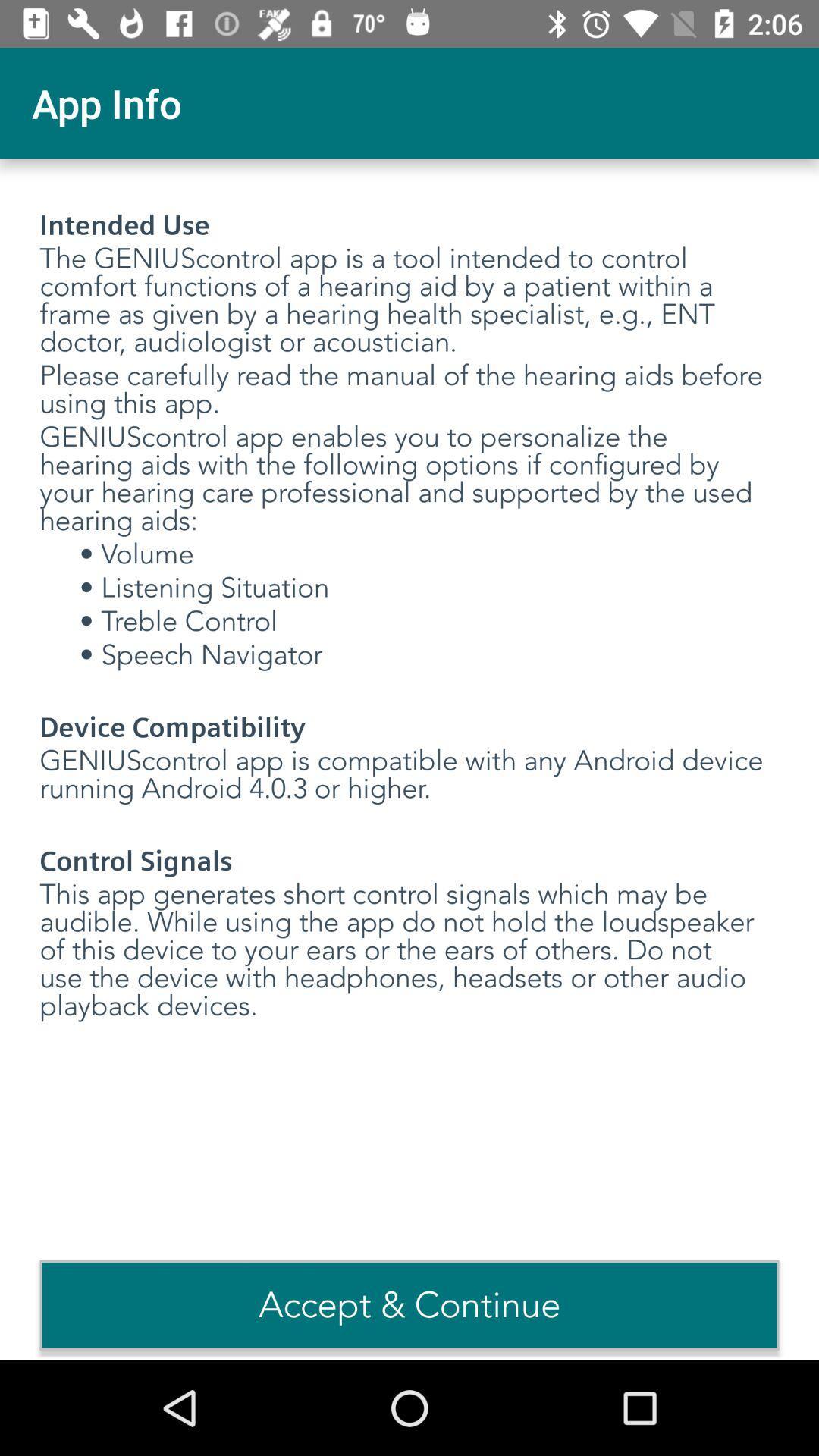 The image size is (819, 1456). I want to click on the icon below this app generates, so click(409, 1304).